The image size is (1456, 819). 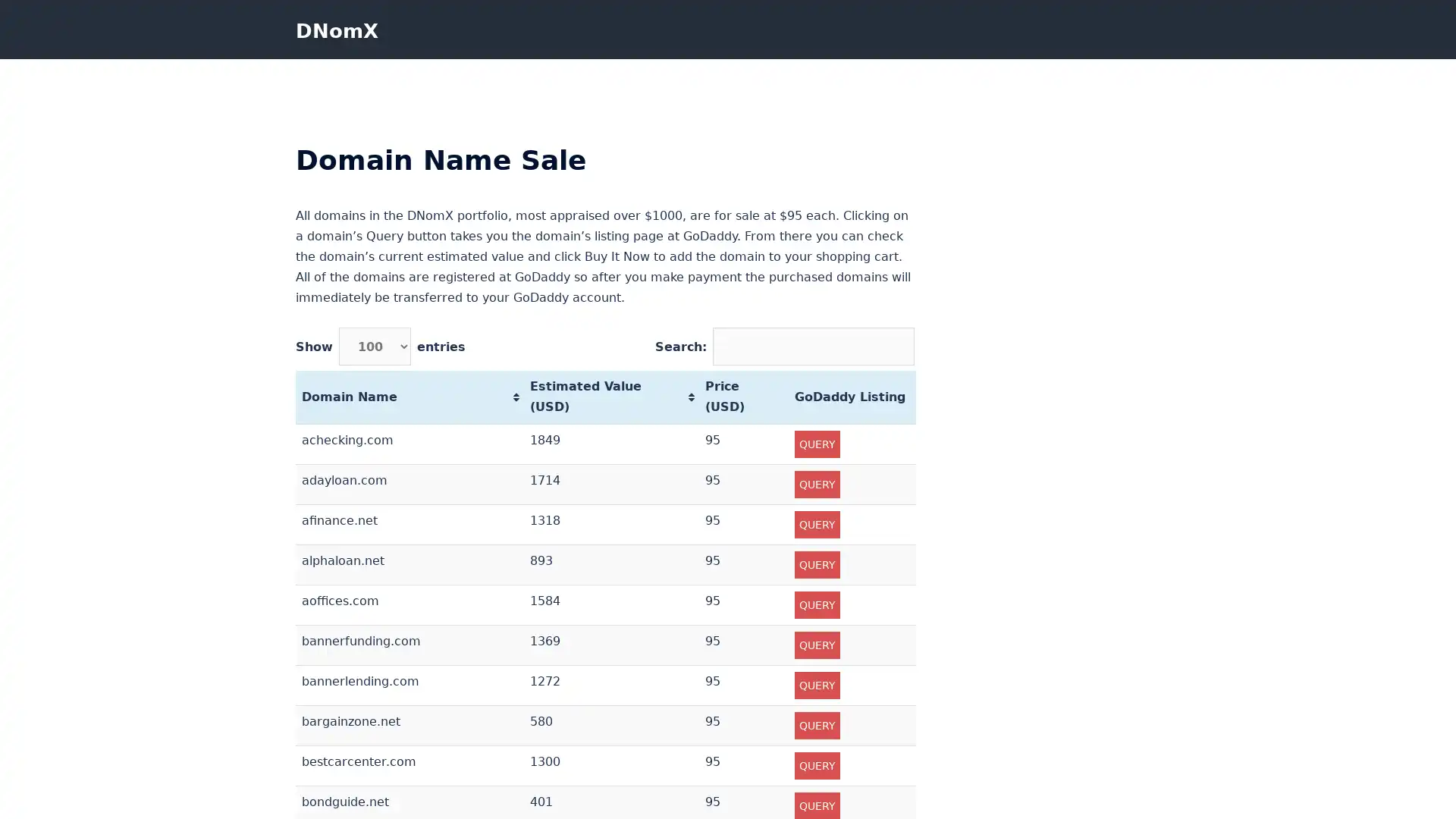 What do you see at coordinates (815, 604) in the screenshot?
I see `QUERY` at bounding box center [815, 604].